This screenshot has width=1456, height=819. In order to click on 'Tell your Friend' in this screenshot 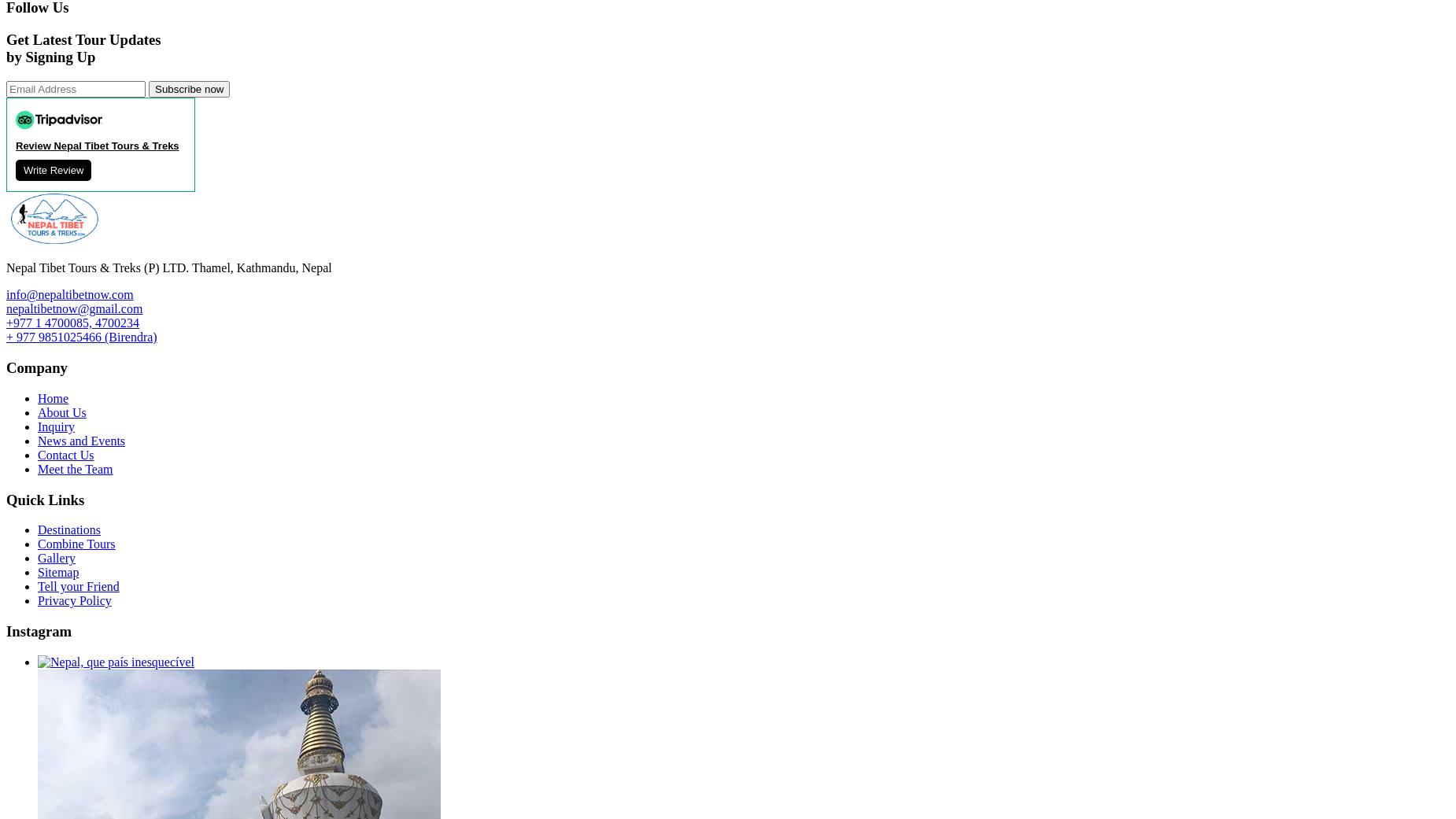, I will do `click(77, 586)`.